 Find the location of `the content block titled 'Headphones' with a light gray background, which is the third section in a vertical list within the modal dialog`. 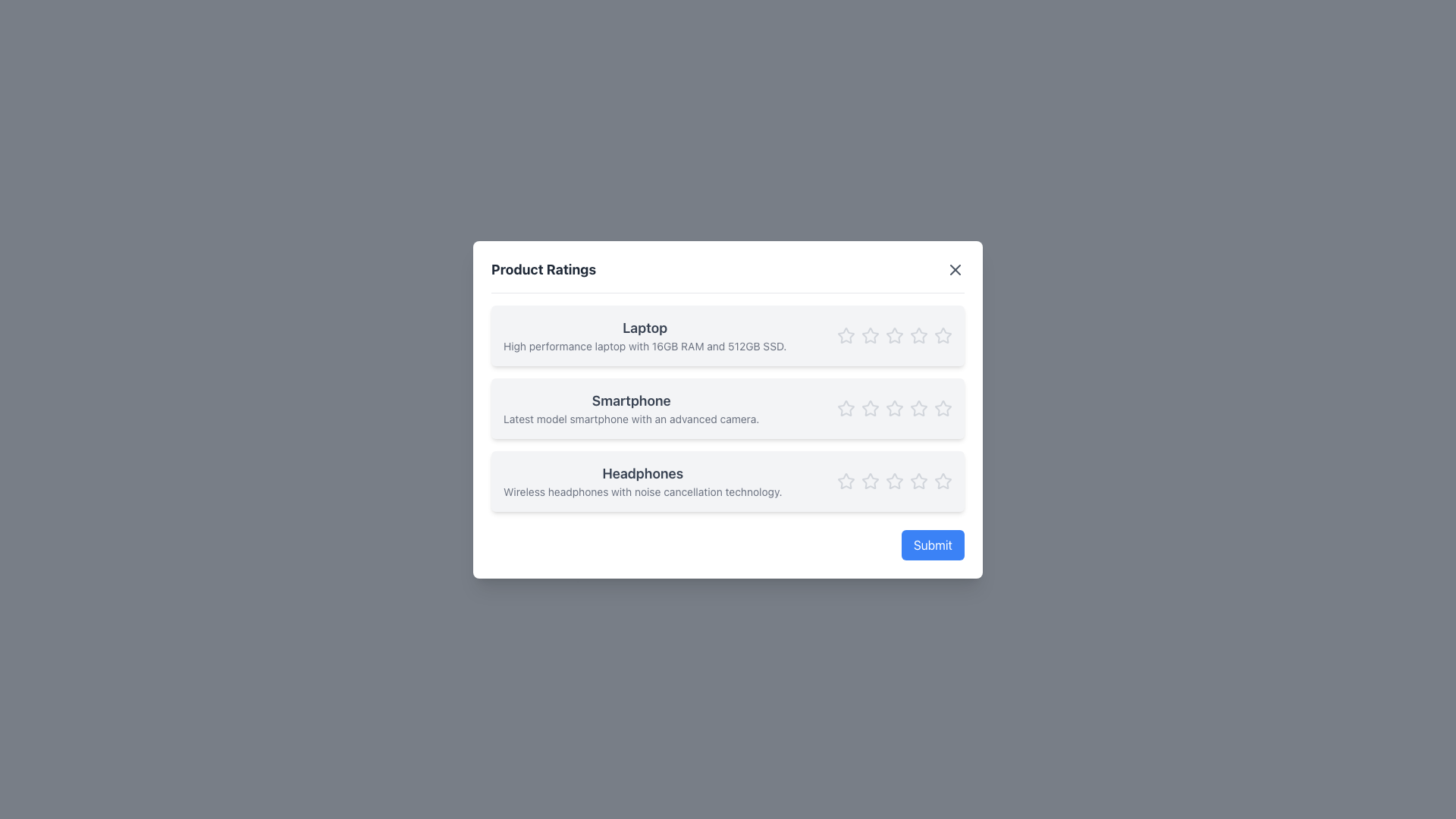

the content block titled 'Headphones' with a light gray background, which is the third section in a vertical list within the modal dialog is located at coordinates (728, 481).